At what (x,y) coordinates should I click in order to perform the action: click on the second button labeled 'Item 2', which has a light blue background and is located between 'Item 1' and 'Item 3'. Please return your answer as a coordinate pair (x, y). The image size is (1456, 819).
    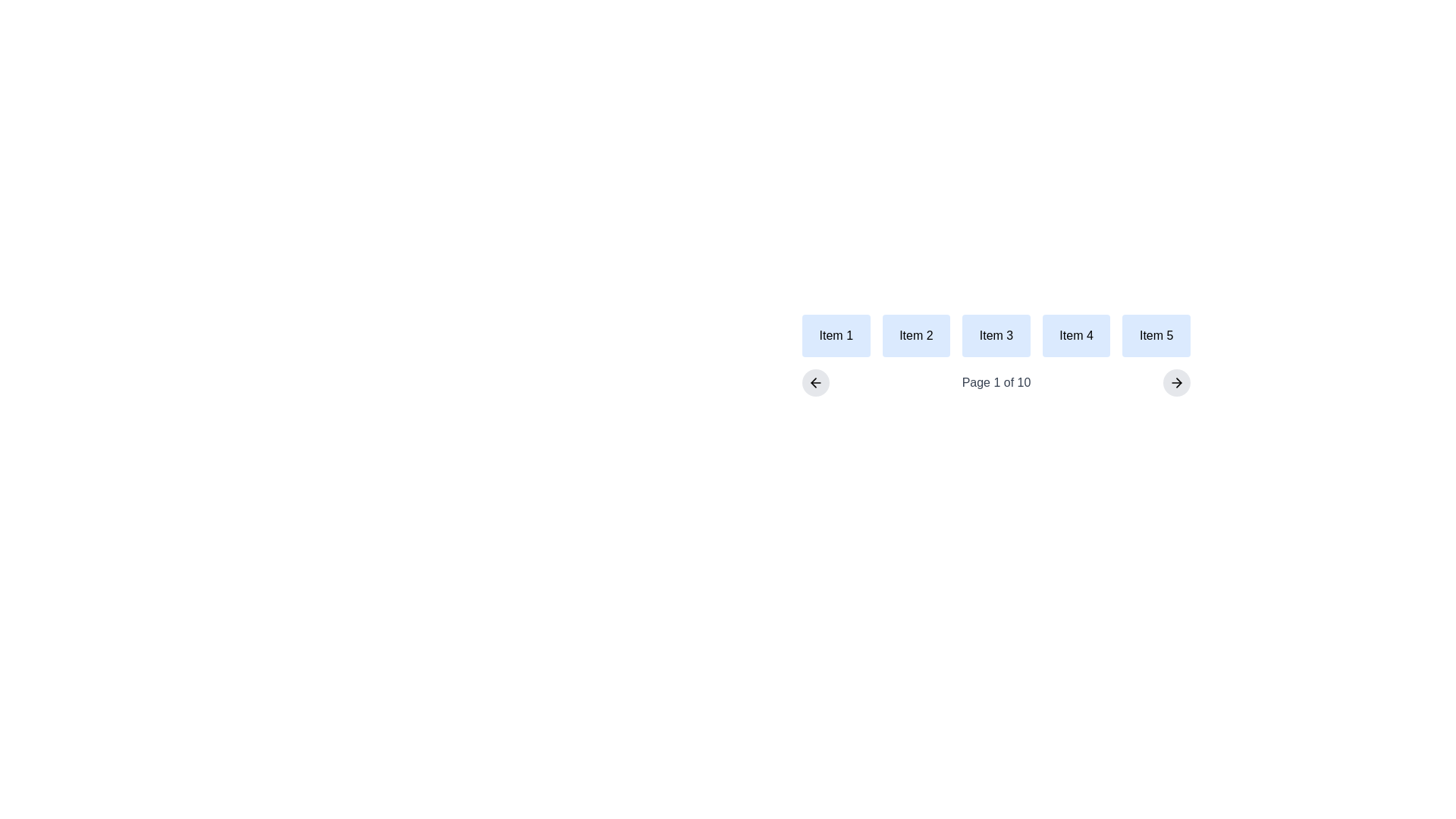
    Looking at the image, I should click on (915, 335).